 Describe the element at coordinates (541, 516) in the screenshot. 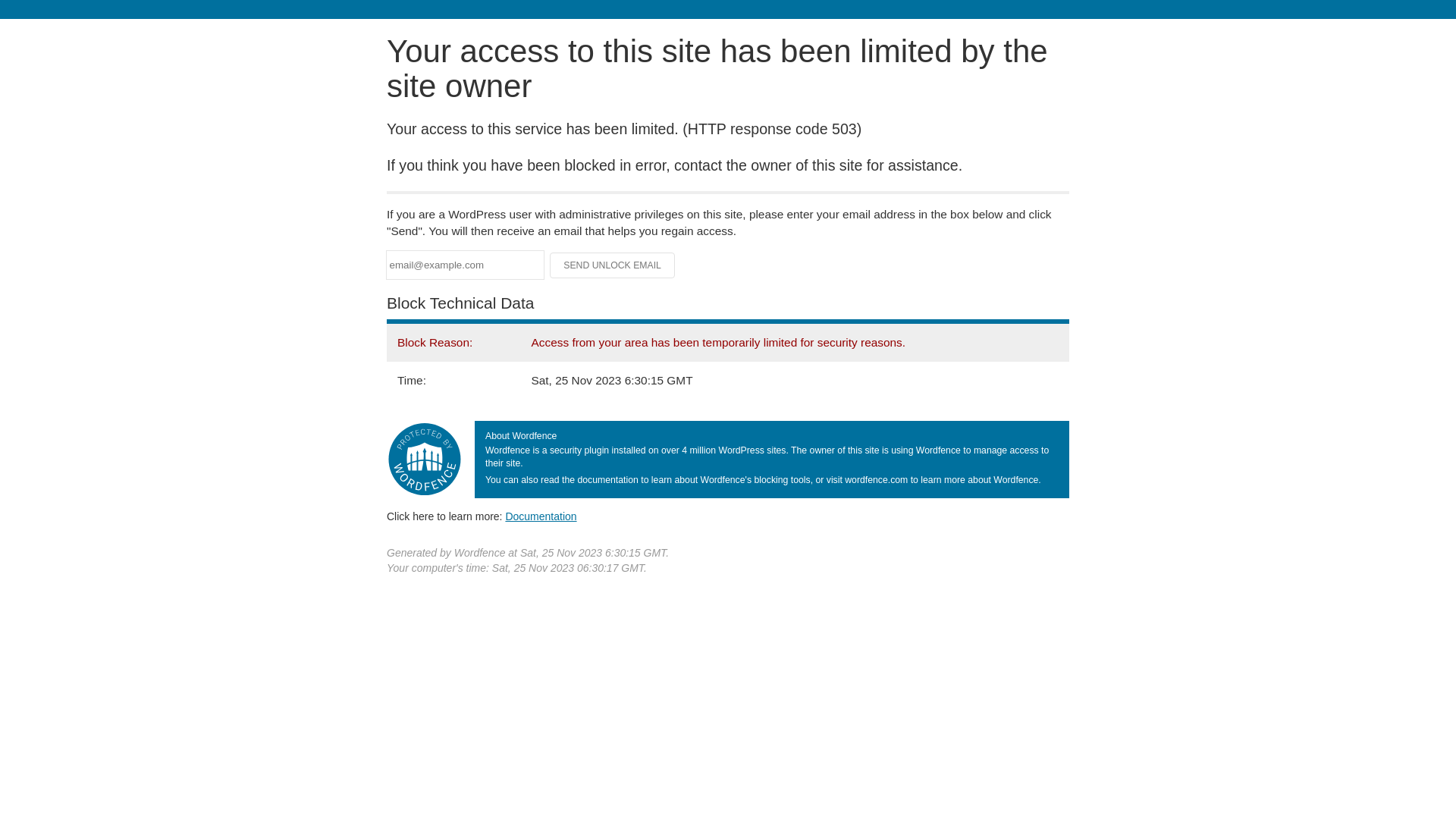

I see `'Documentation'` at that location.